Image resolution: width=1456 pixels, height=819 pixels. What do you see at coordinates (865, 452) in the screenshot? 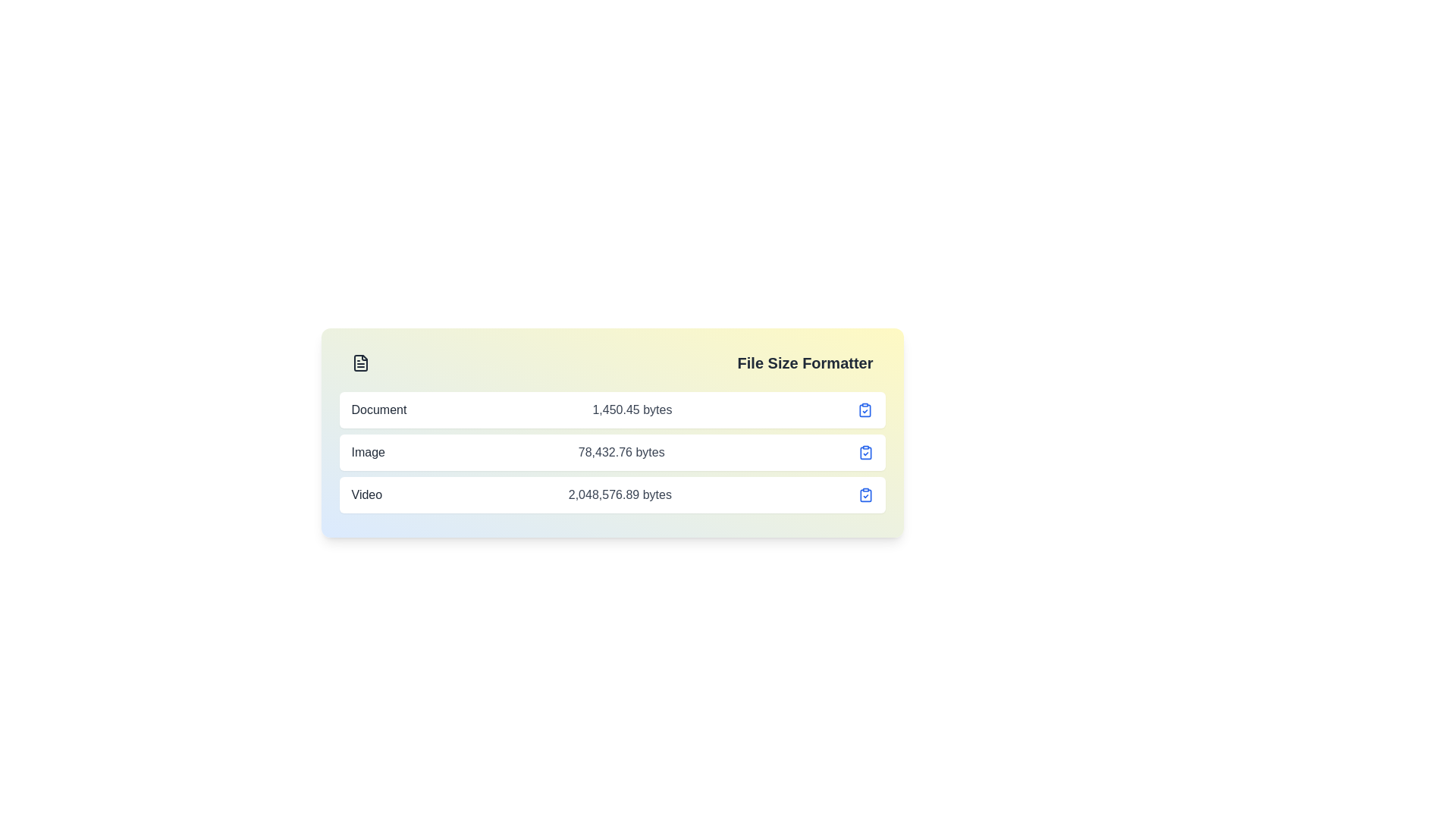
I see `the clipboard icon button located in the top row next to the 'Image' label` at bounding box center [865, 452].